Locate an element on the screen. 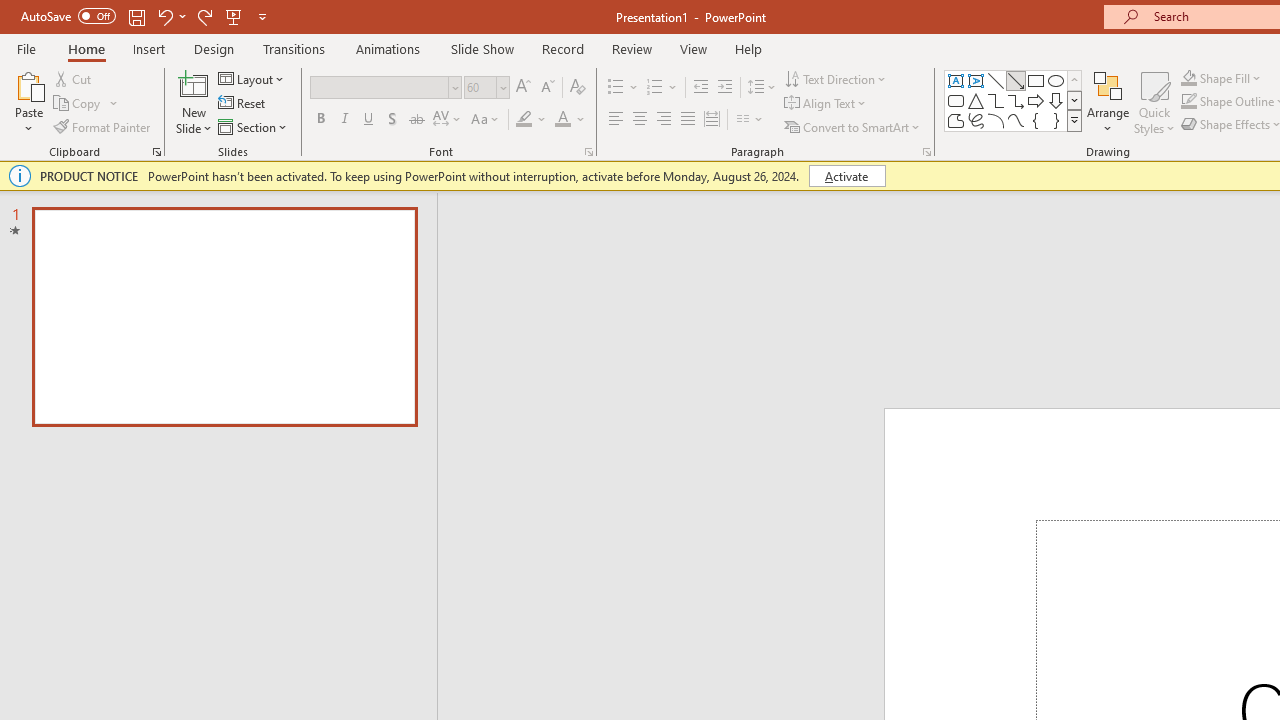 This screenshot has height=720, width=1280. 'Activate' is located at coordinates (847, 175).